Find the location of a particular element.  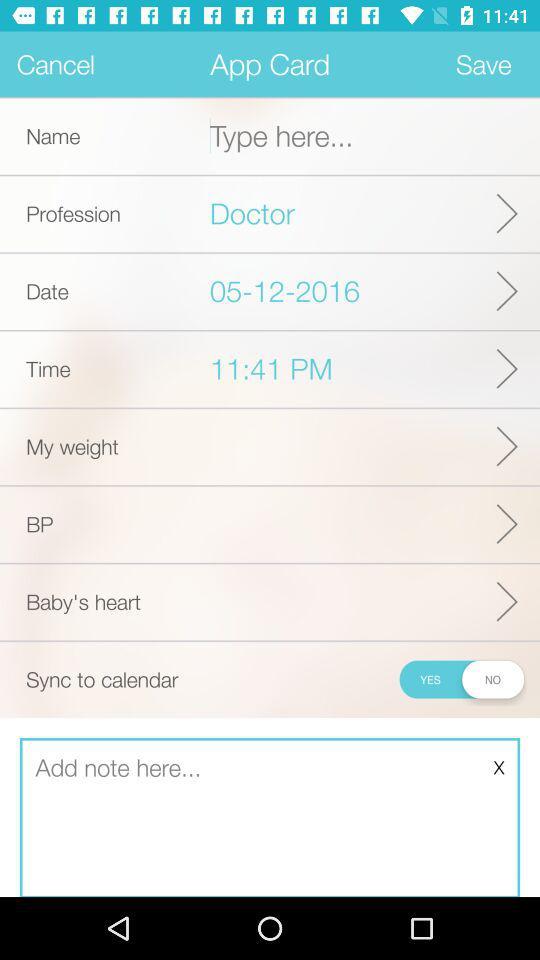

blank for writting name is located at coordinates (374, 134).